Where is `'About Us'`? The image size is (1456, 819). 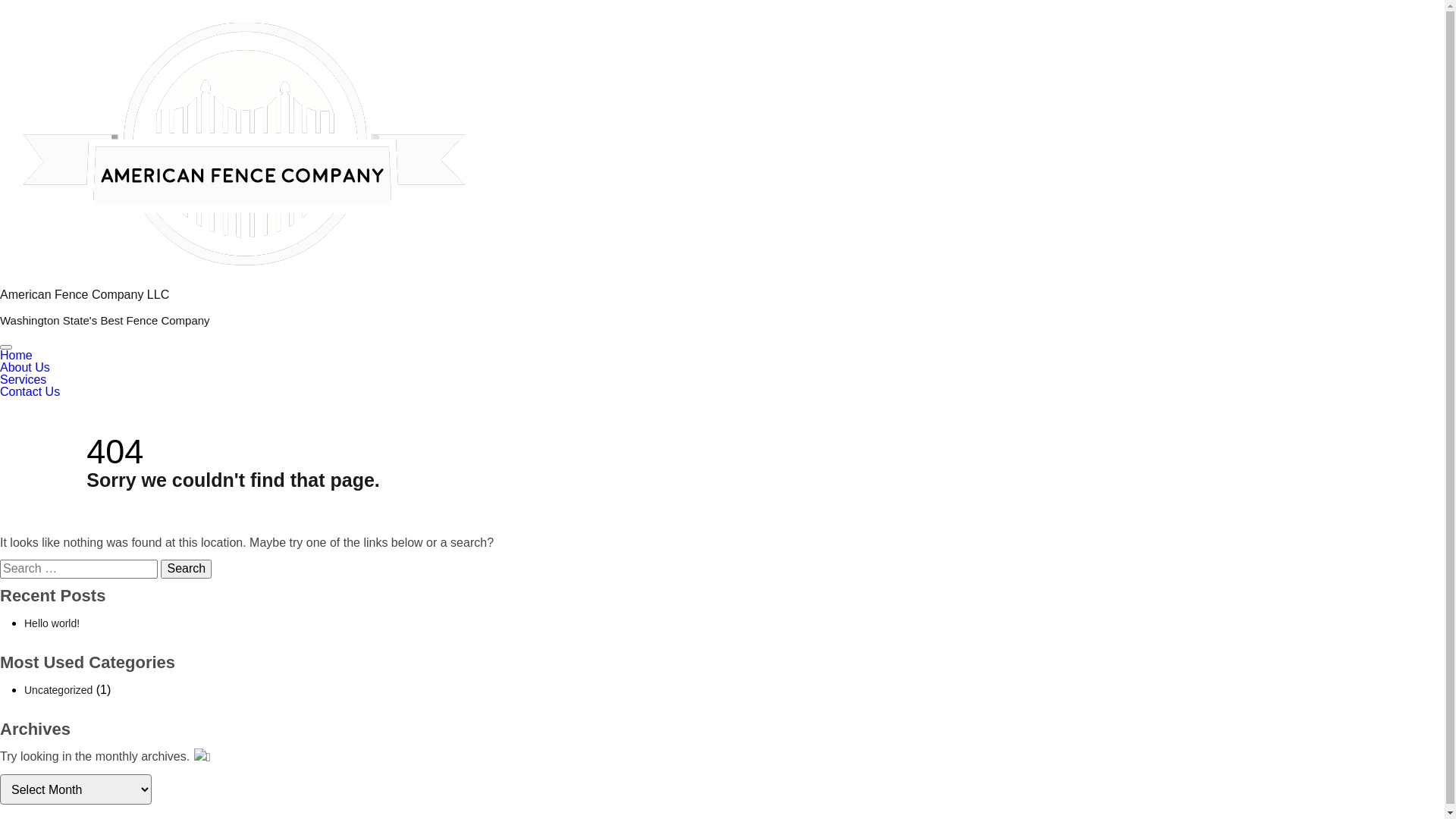 'About Us' is located at coordinates (25, 367).